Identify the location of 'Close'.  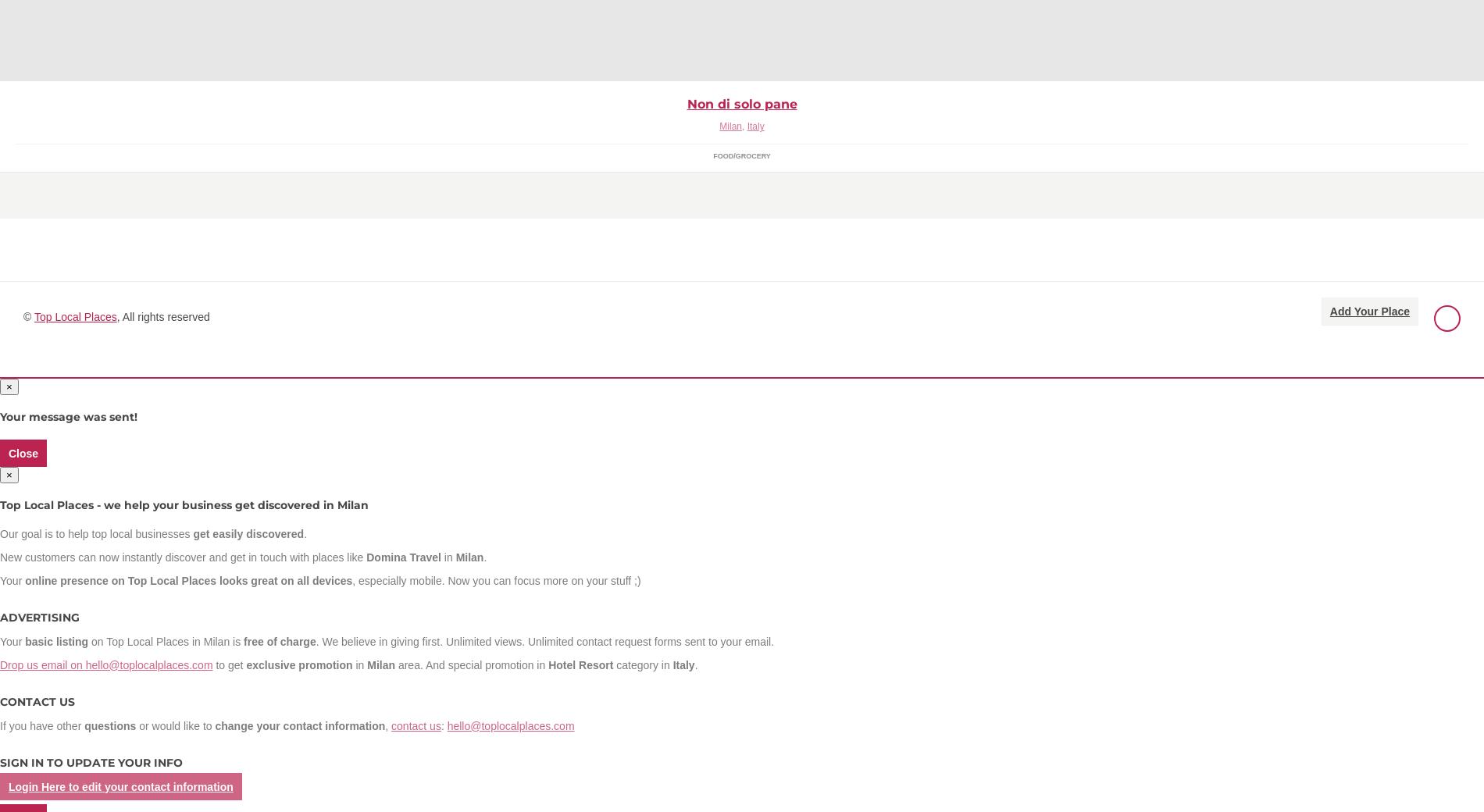
(23, 452).